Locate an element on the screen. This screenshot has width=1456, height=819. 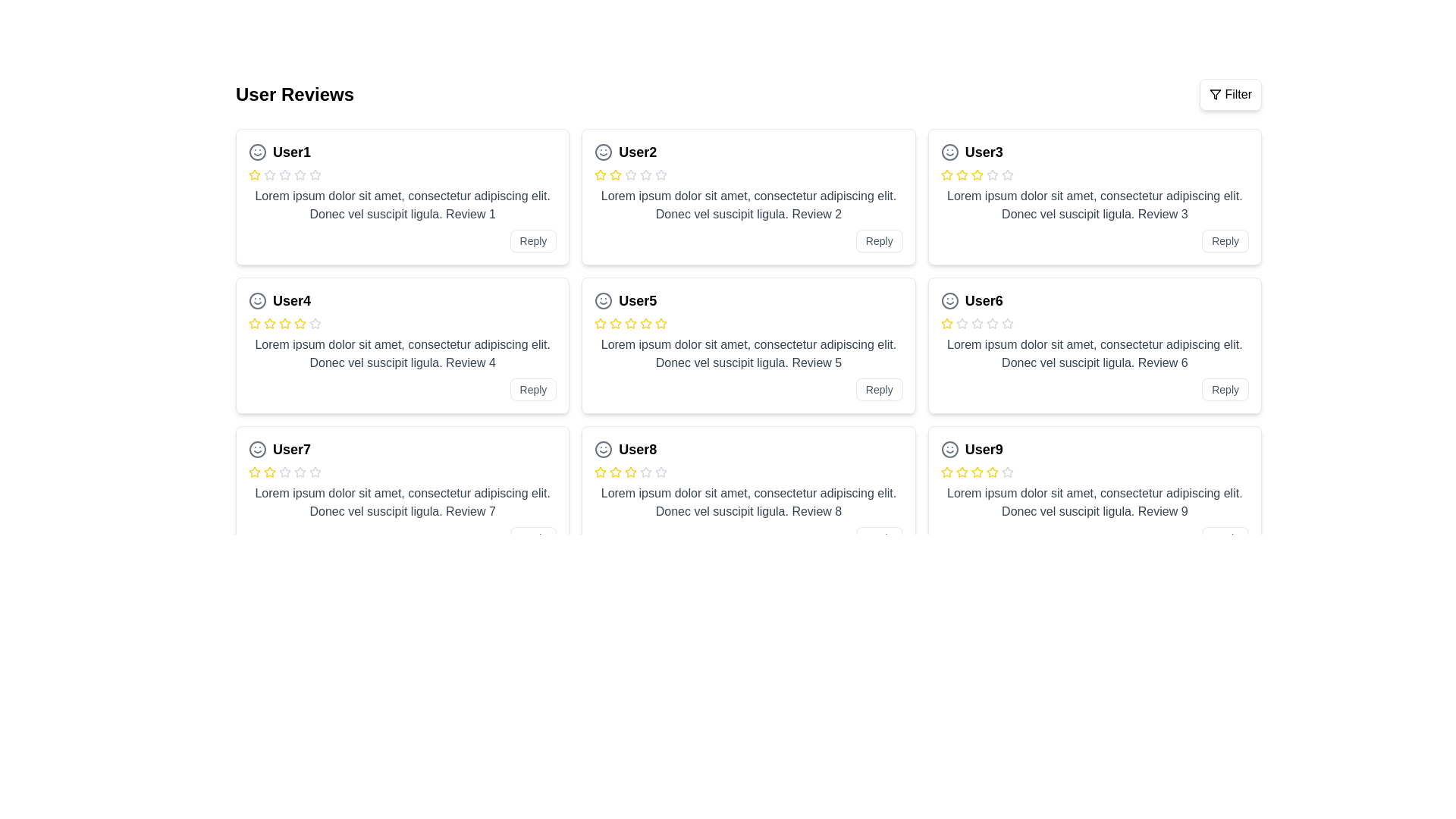
the text element displaying 'User2', which is styled in bold and slightly larger font, located at the top of the user review card to the right of a smiley icon is located at coordinates (638, 152).